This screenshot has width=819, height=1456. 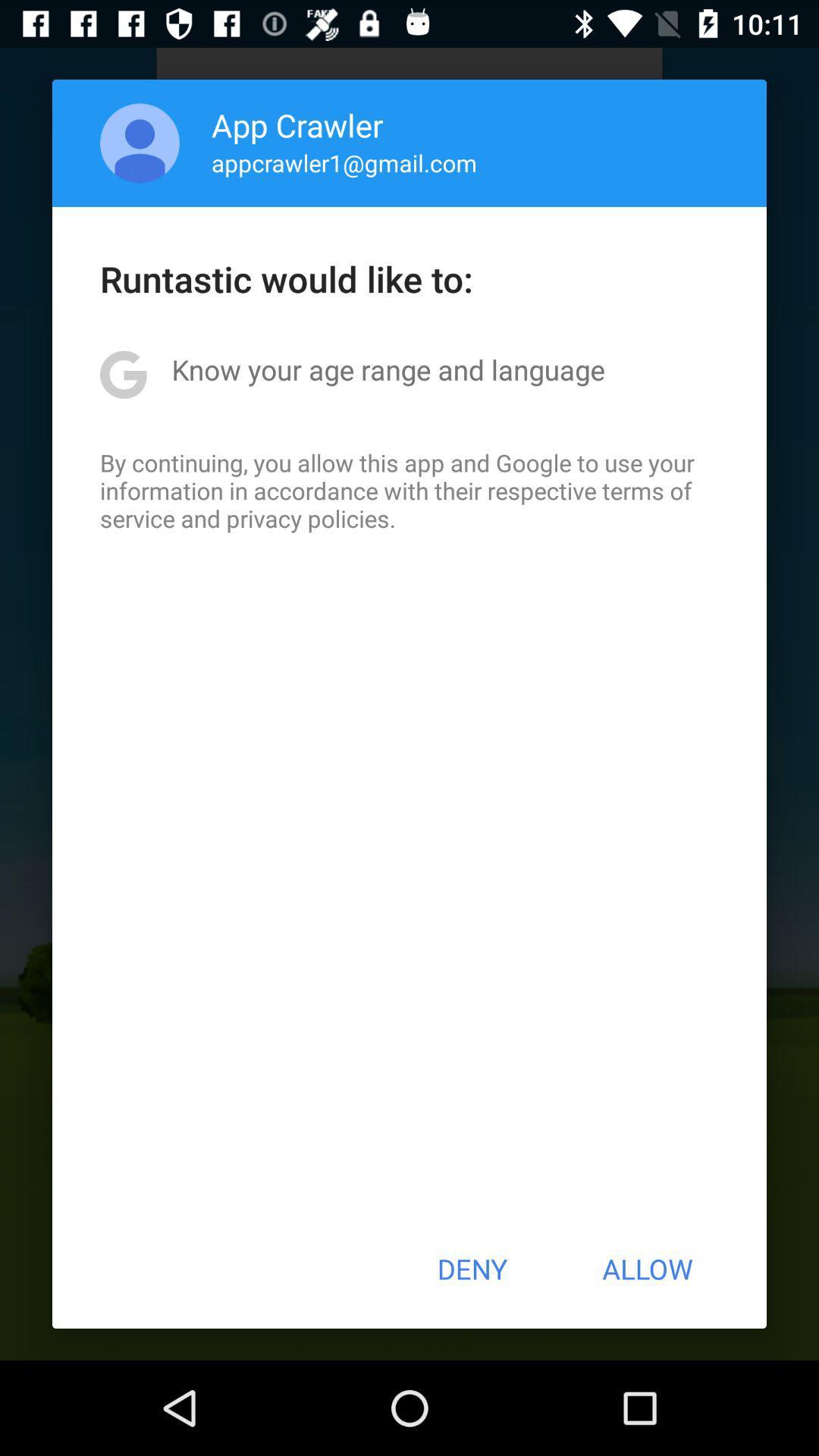 What do you see at coordinates (471, 1269) in the screenshot?
I see `the item below the by continuing you icon` at bounding box center [471, 1269].